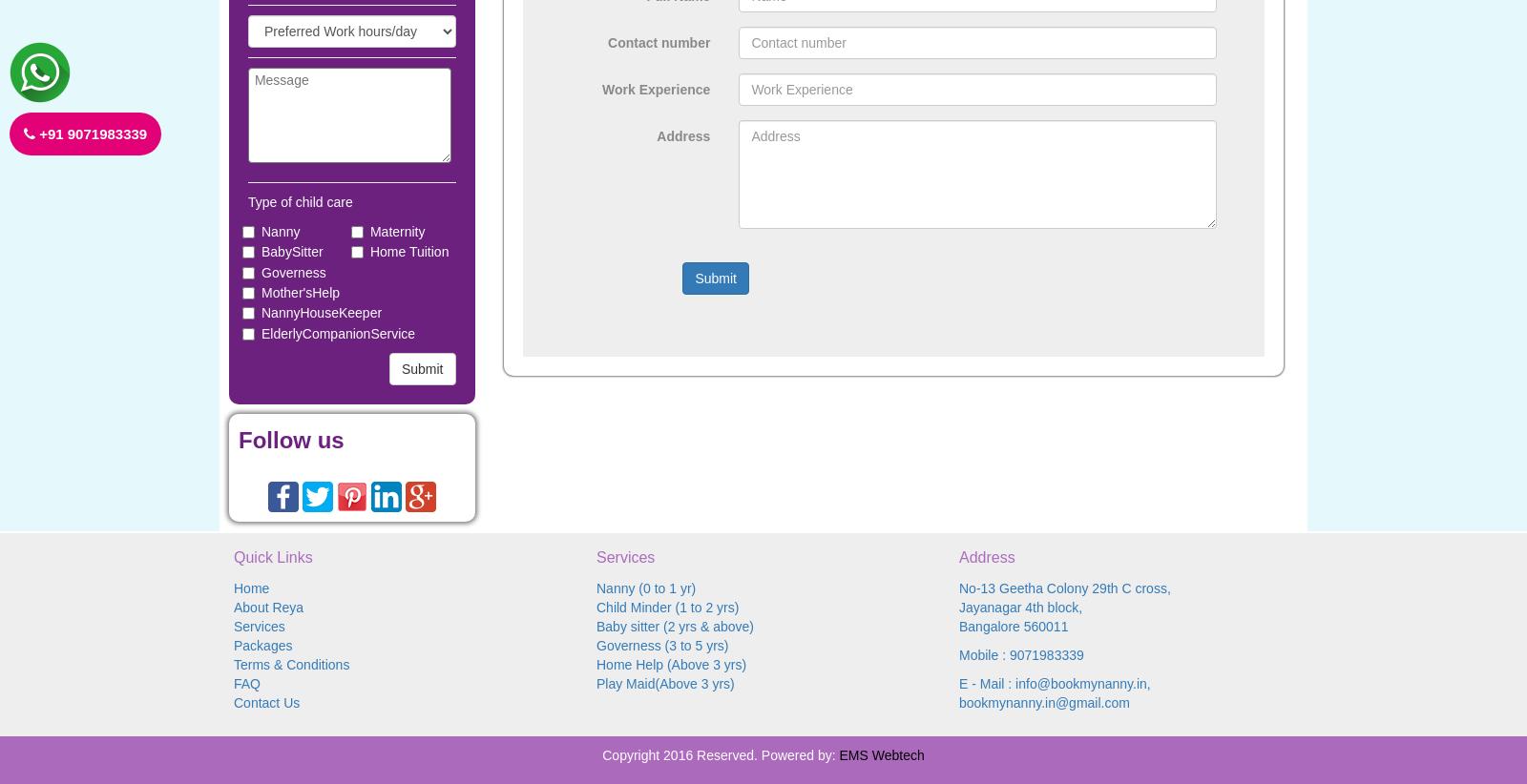 This screenshot has height=784, width=1527. What do you see at coordinates (408, 251) in the screenshot?
I see `'Home Tuition'` at bounding box center [408, 251].